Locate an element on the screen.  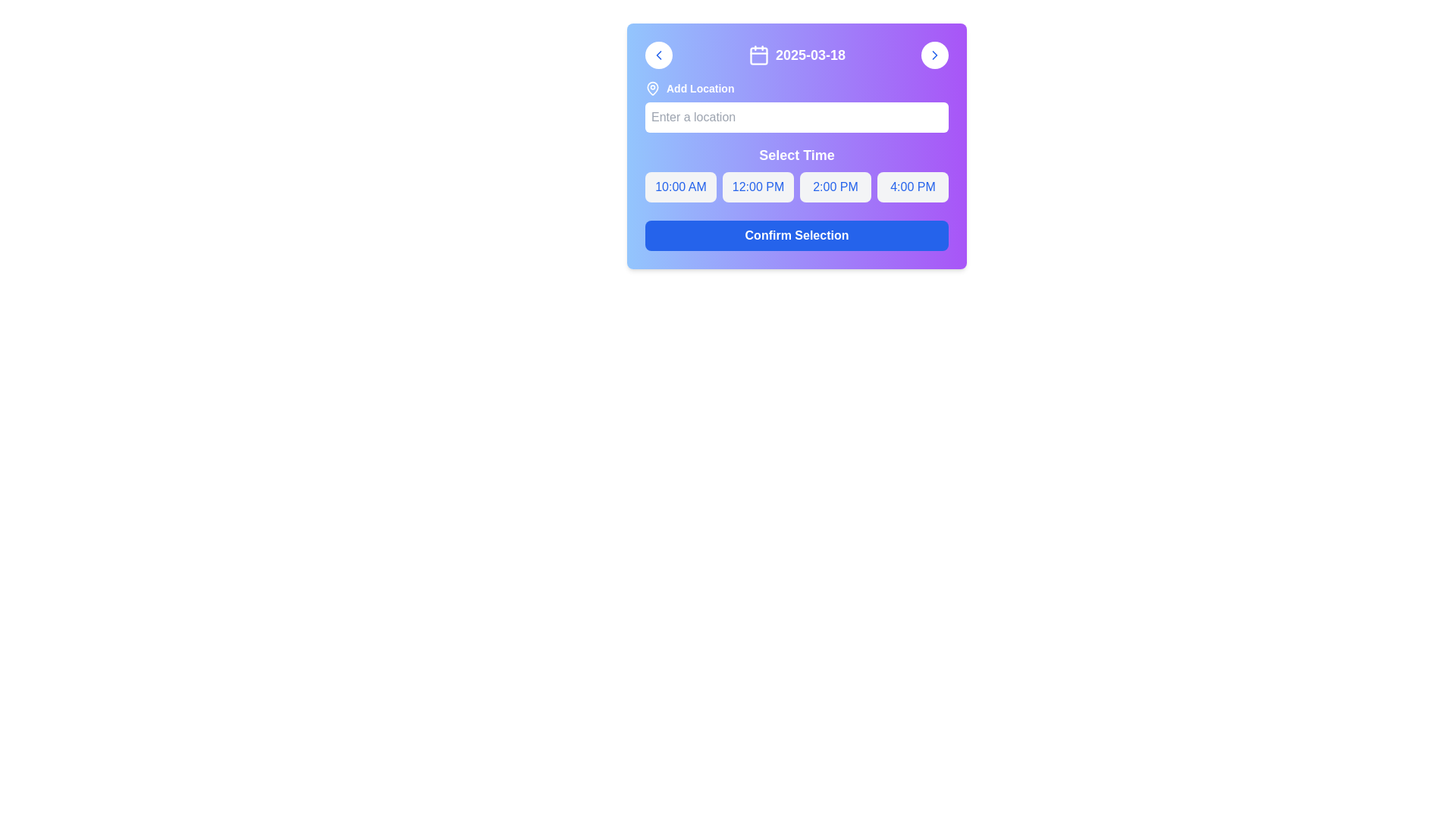
the bold date text label '2025-03-18', which is prominently displayed in the upper center of the interface, next to a calendar icon is located at coordinates (810, 55).